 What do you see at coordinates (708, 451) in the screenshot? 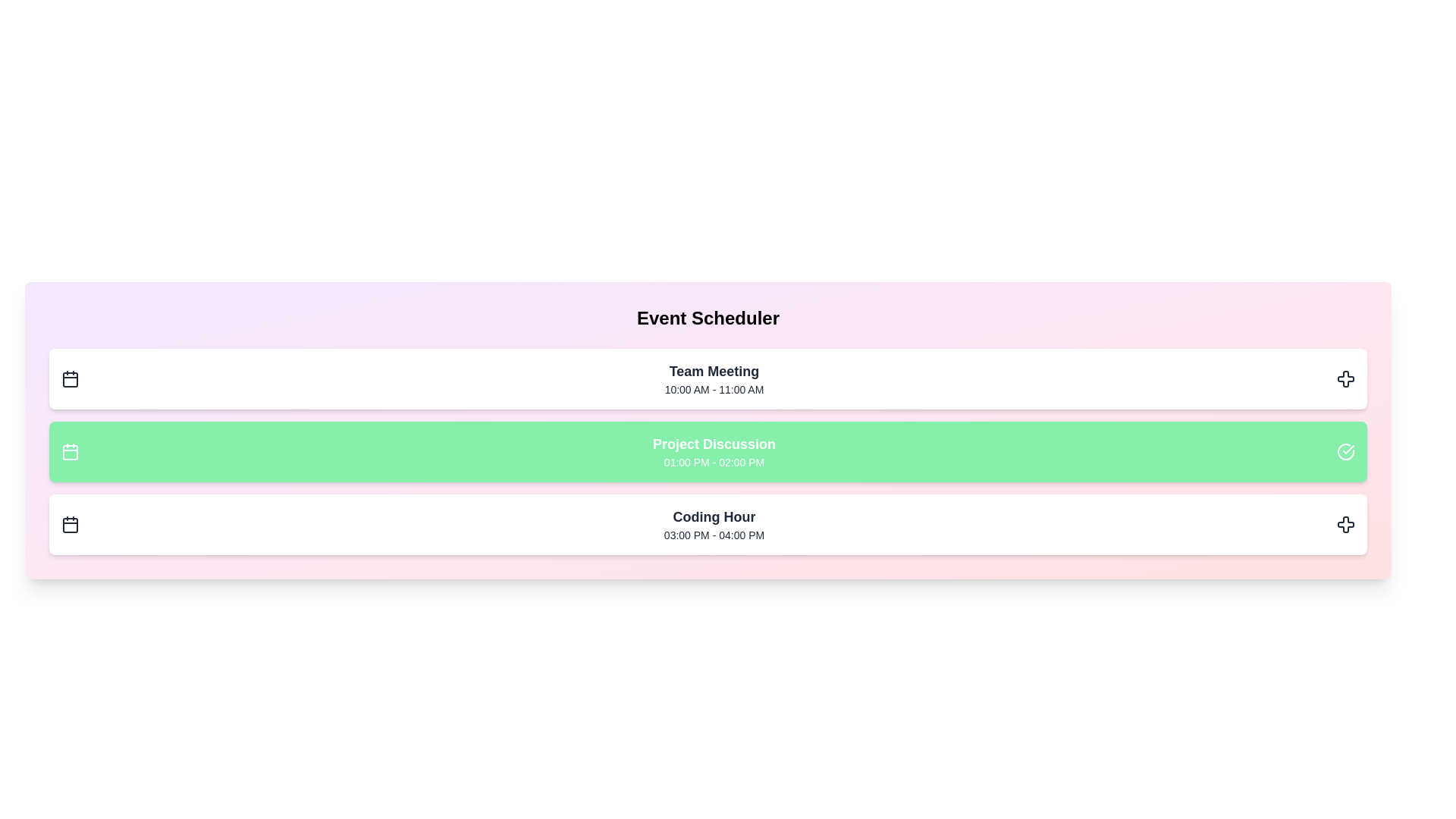
I see `the event titled 'Project Discussion' to observe the hover effect` at bounding box center [708, 451].